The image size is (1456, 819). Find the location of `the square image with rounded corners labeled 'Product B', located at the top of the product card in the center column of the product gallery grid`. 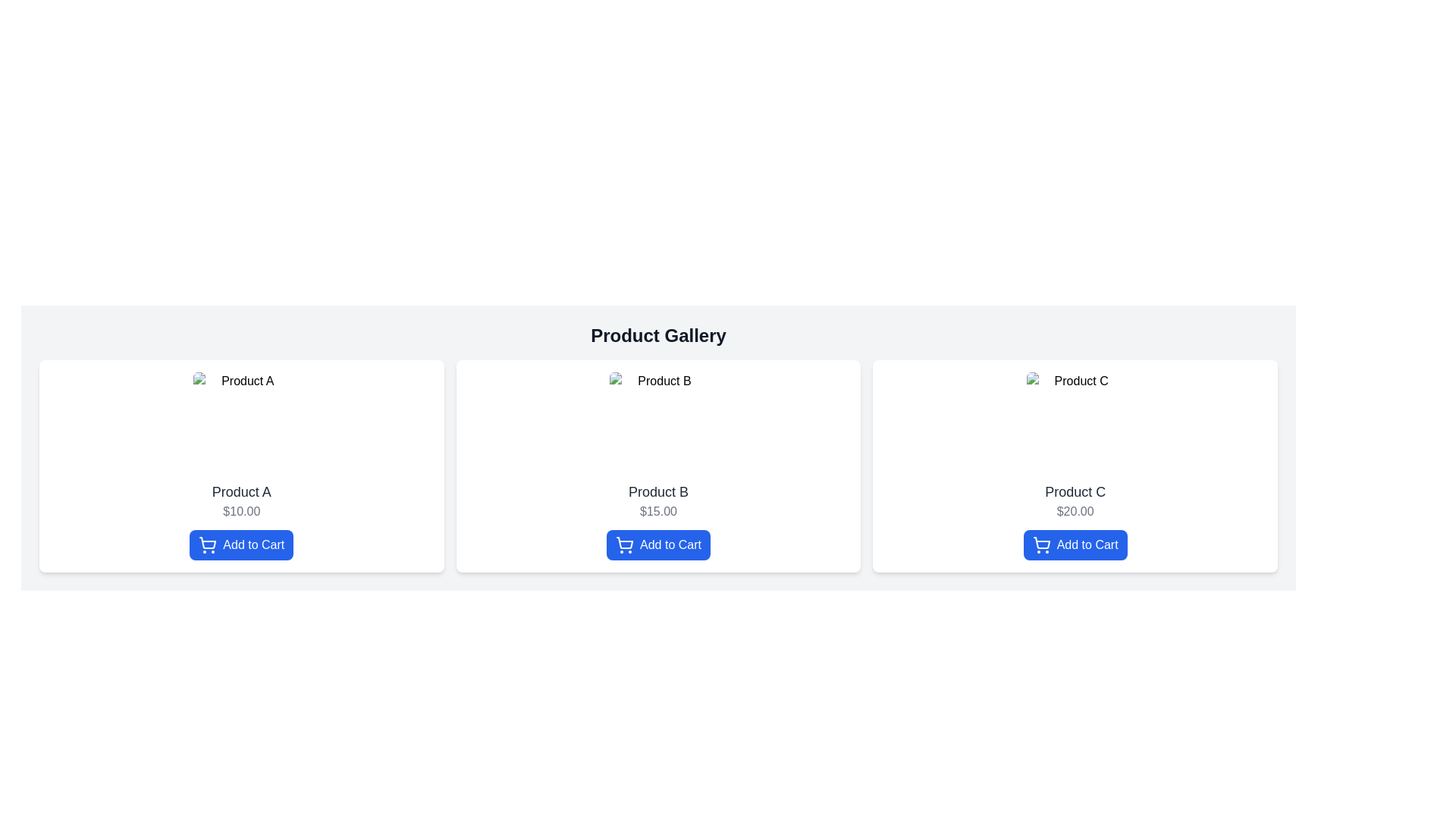

the square image with rounded corners labeled 'Product B', located at the top of the product card in the center column of the product gallery grid is located at coordinates (658, 421).